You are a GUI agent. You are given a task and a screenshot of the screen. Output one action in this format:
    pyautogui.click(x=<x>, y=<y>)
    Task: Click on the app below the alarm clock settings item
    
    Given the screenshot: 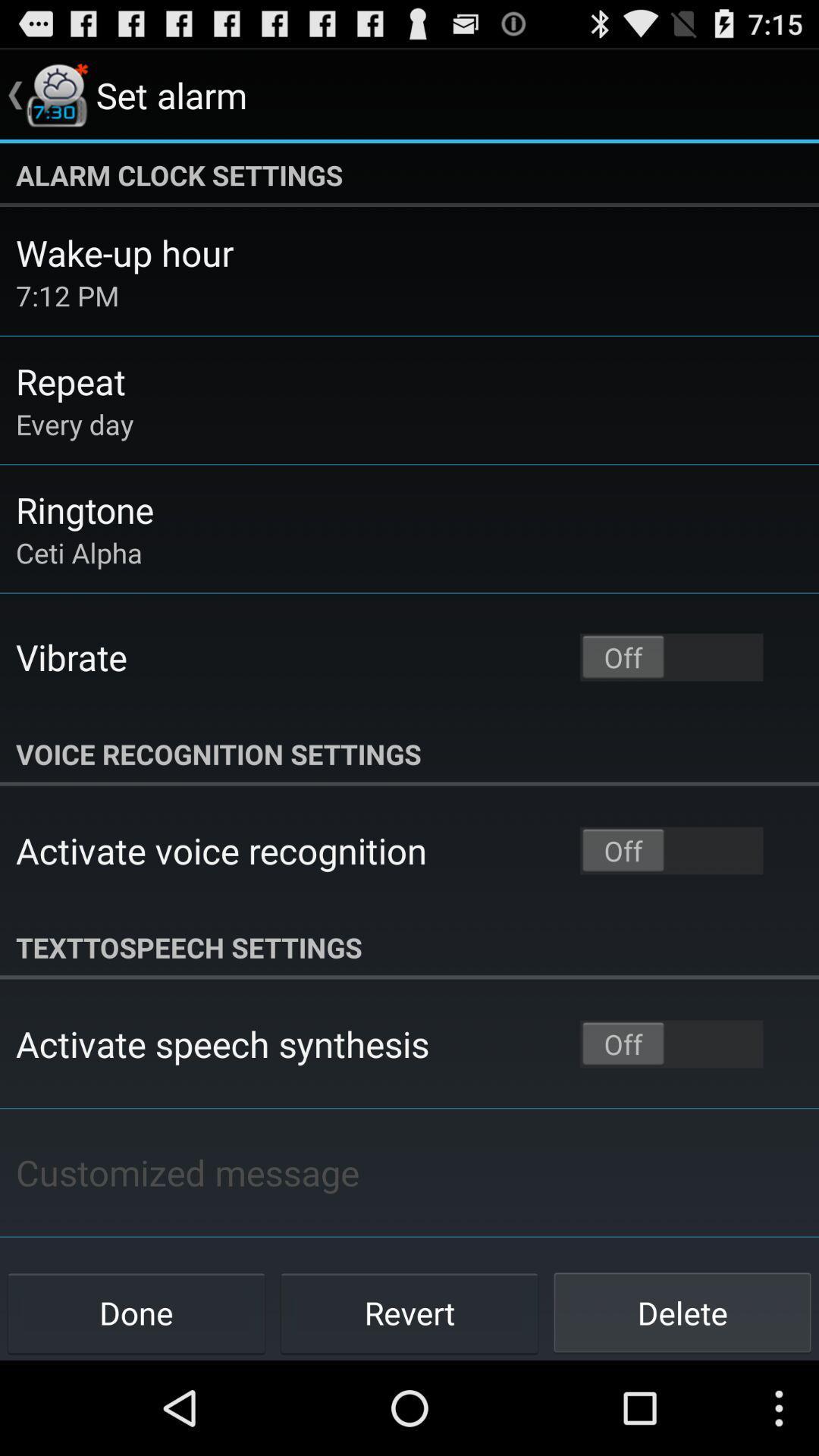 What is the action you would take?
    pyautogui.click(x=124, y=253)
    